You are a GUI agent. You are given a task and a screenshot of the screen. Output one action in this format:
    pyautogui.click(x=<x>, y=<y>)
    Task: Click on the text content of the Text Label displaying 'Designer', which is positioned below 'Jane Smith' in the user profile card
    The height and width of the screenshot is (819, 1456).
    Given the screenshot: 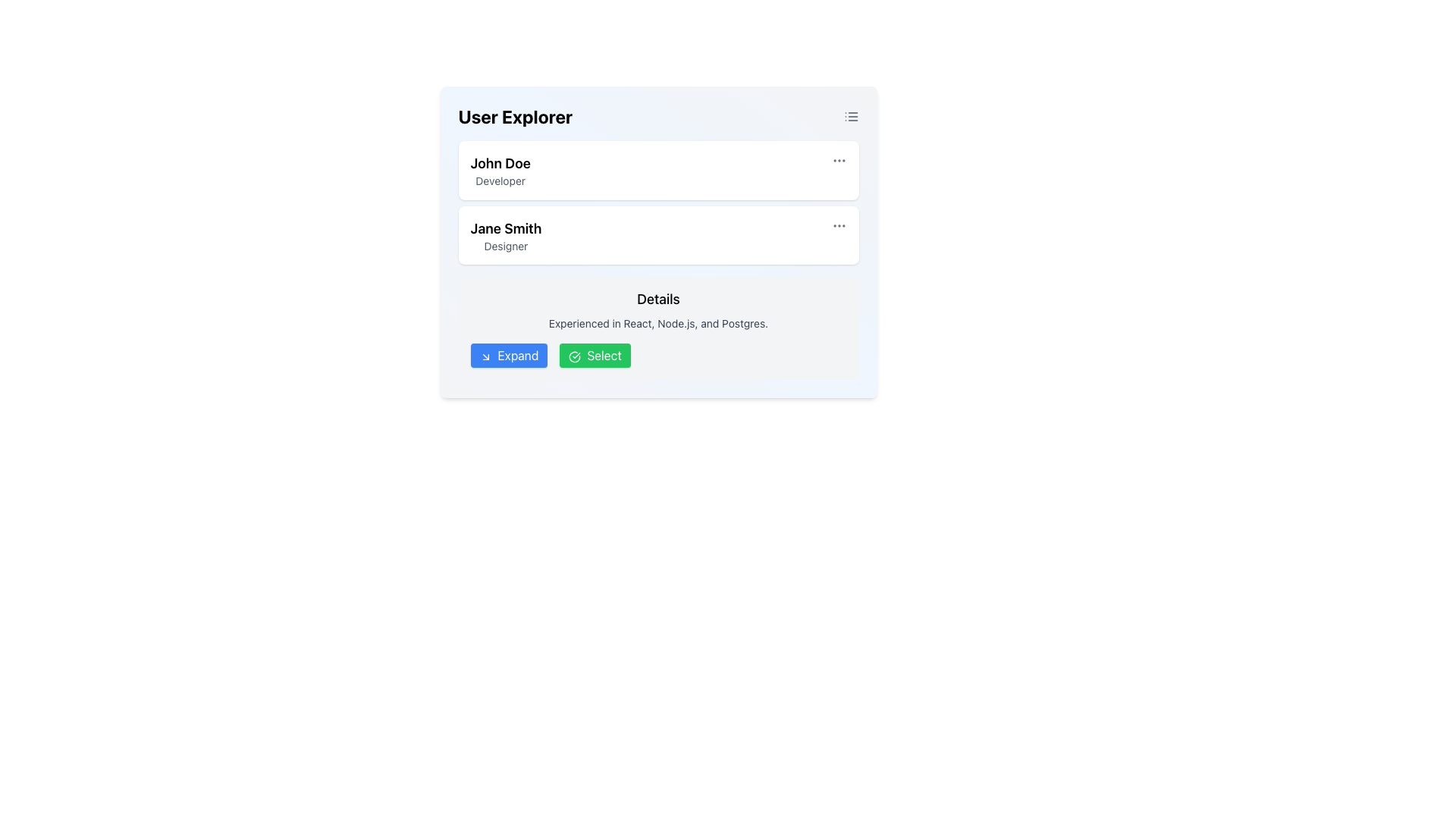 What is the action you would take?
    pyautogui.click(x=506, y=245)
    